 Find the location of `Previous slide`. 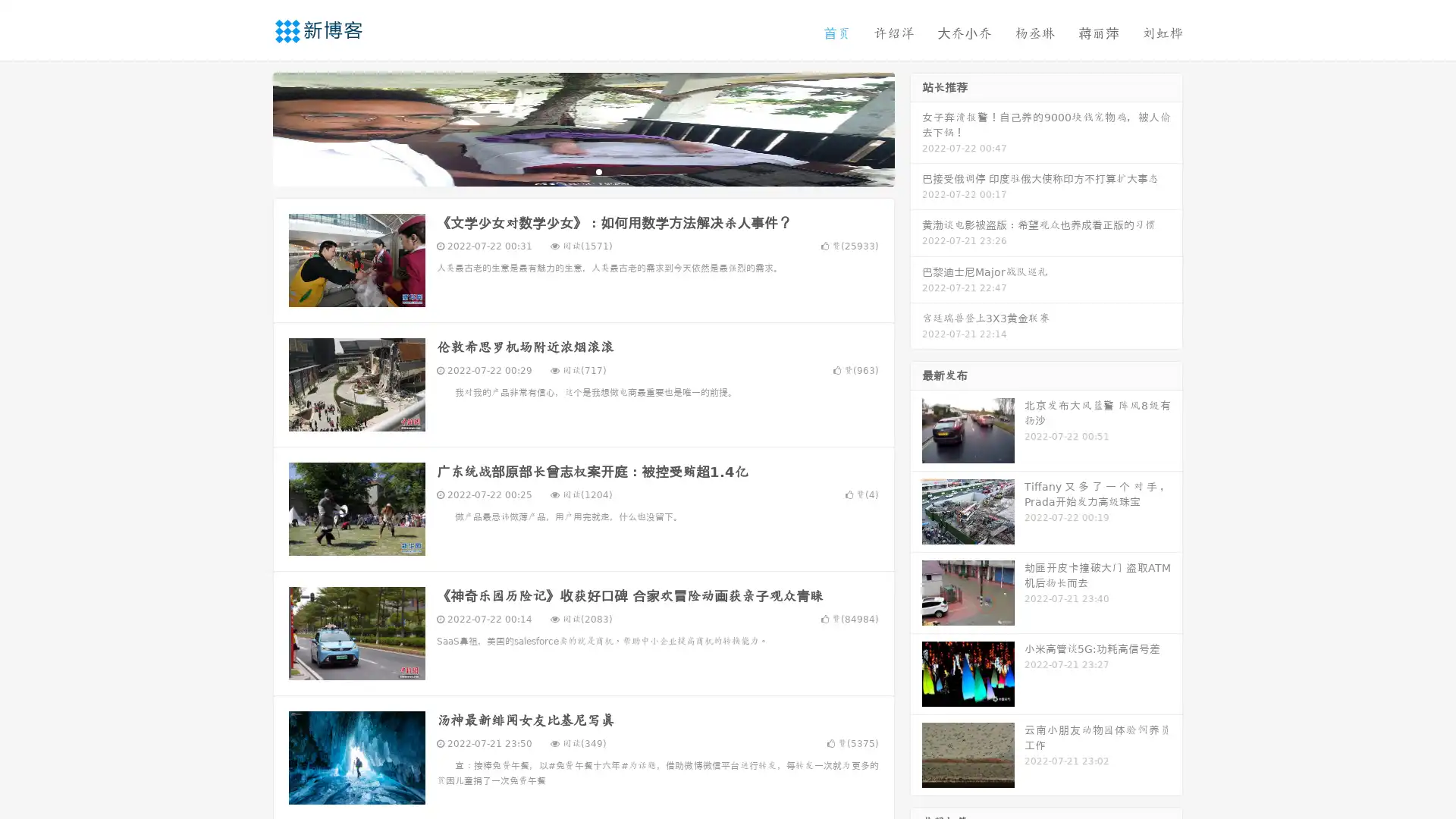

Previous slide is located at coordinates (250, 127).